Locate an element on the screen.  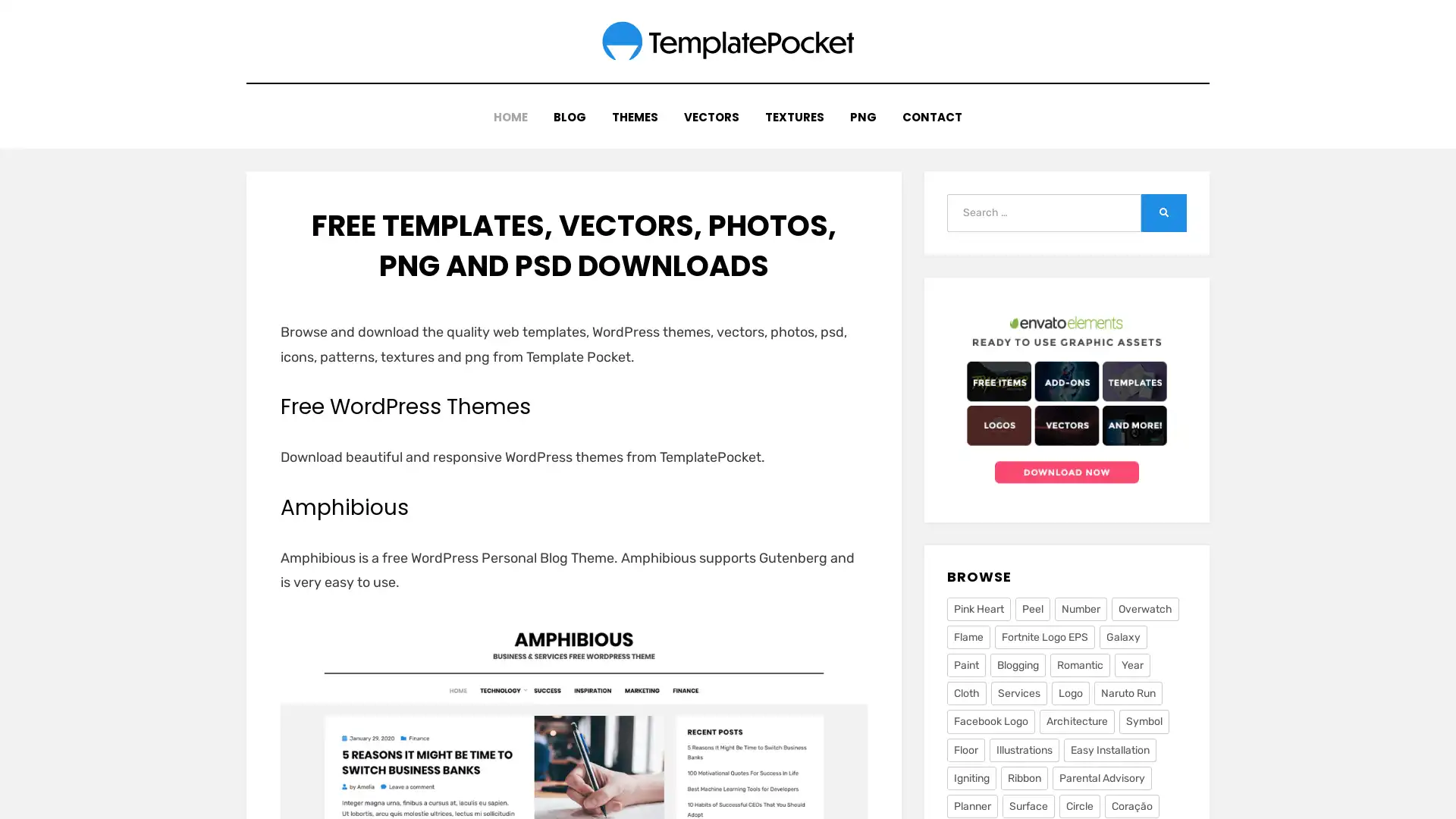
SEARCH is located at coordinates (1163, 200).